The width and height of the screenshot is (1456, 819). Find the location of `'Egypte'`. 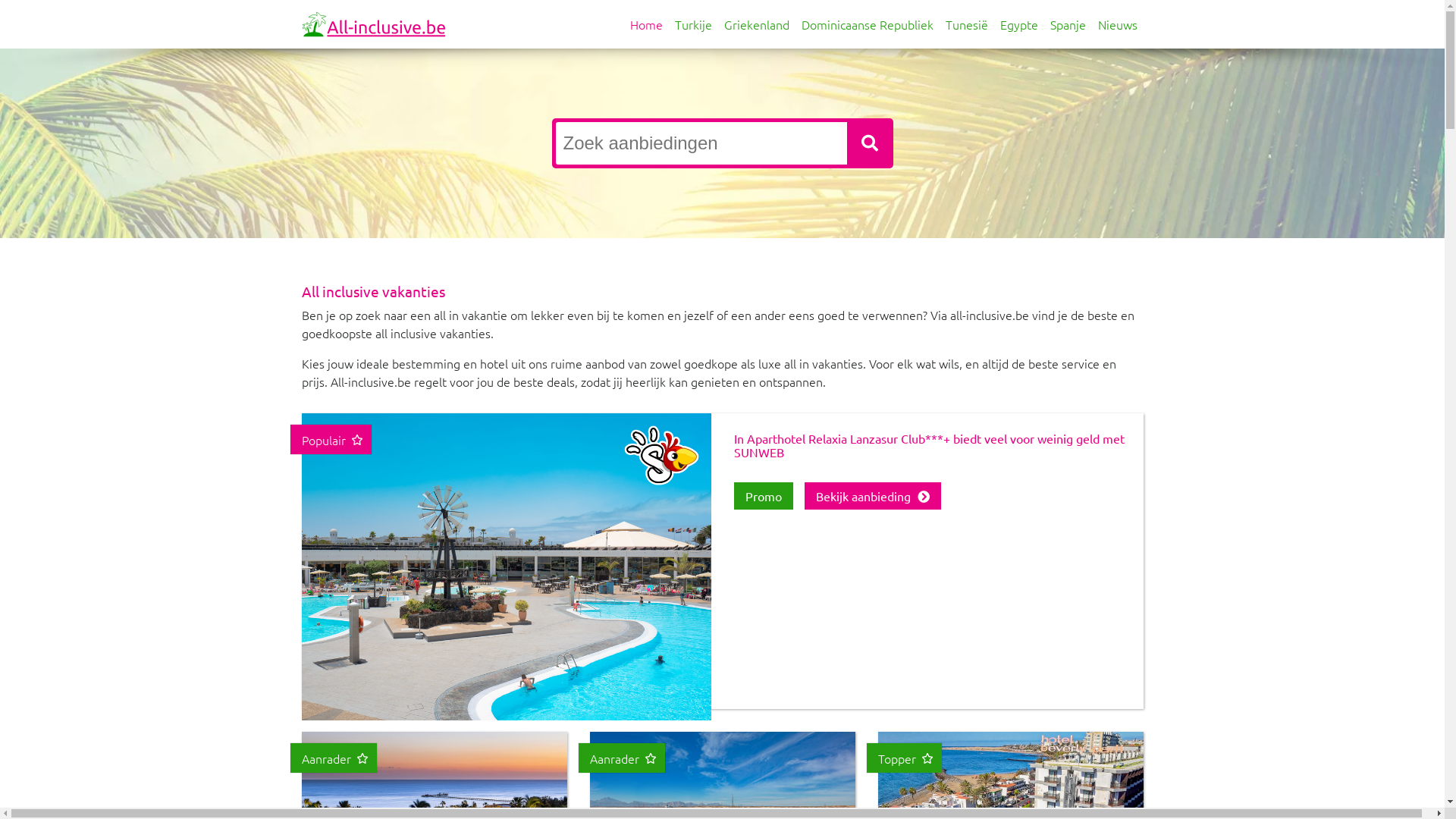

'Egypte' is located at coordinates (1018, 24).